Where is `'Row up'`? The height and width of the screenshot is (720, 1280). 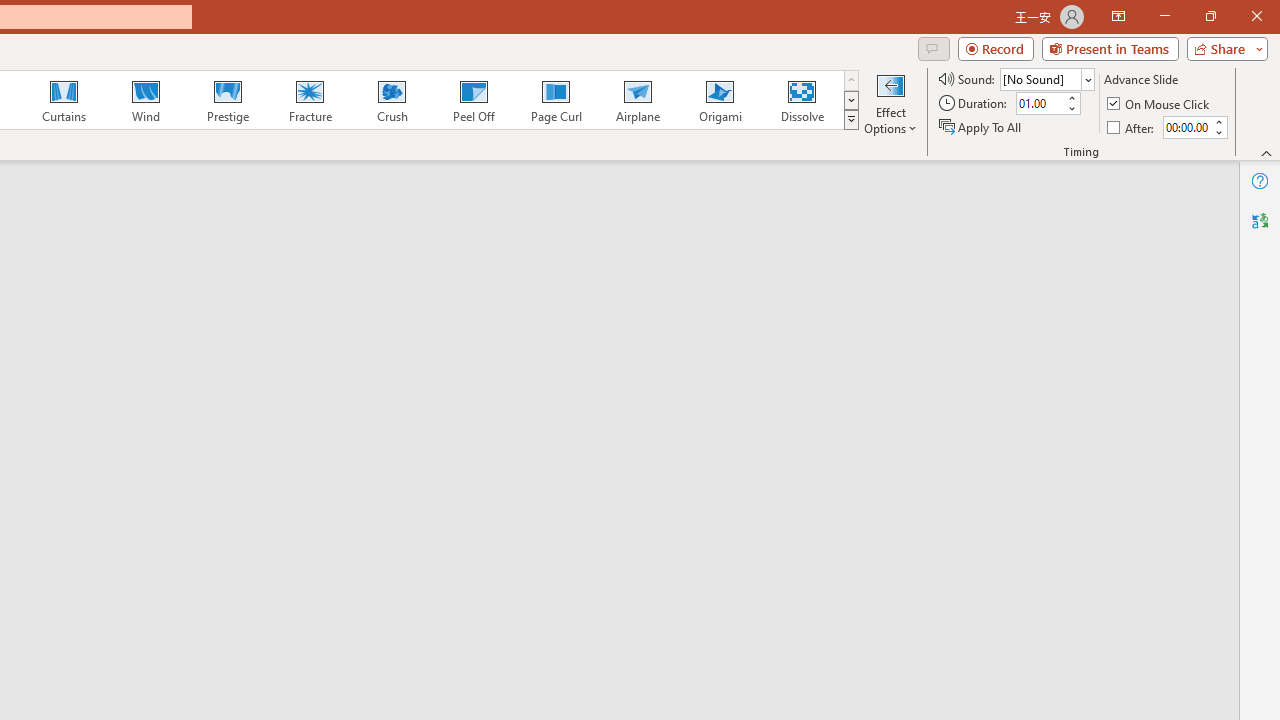 'Row up' is located at coordinates (851, 79).